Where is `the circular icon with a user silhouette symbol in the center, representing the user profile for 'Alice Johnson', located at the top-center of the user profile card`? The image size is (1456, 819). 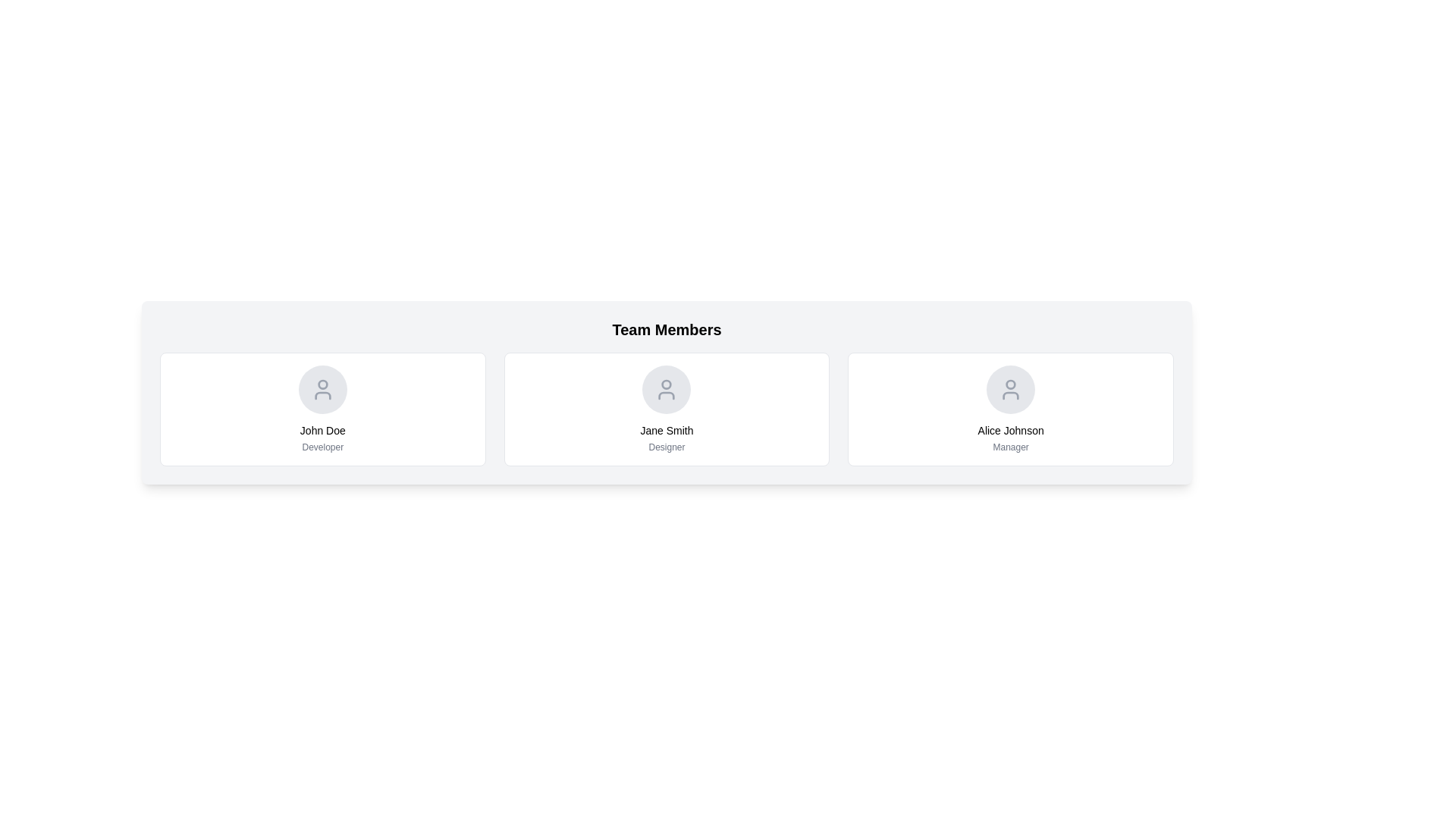
the circular icon with a user silhouette symbol in the center, representing the user profile for 'Alice Johnson', located at the top-center of the user profile card is located at coordinates (1011, 388).